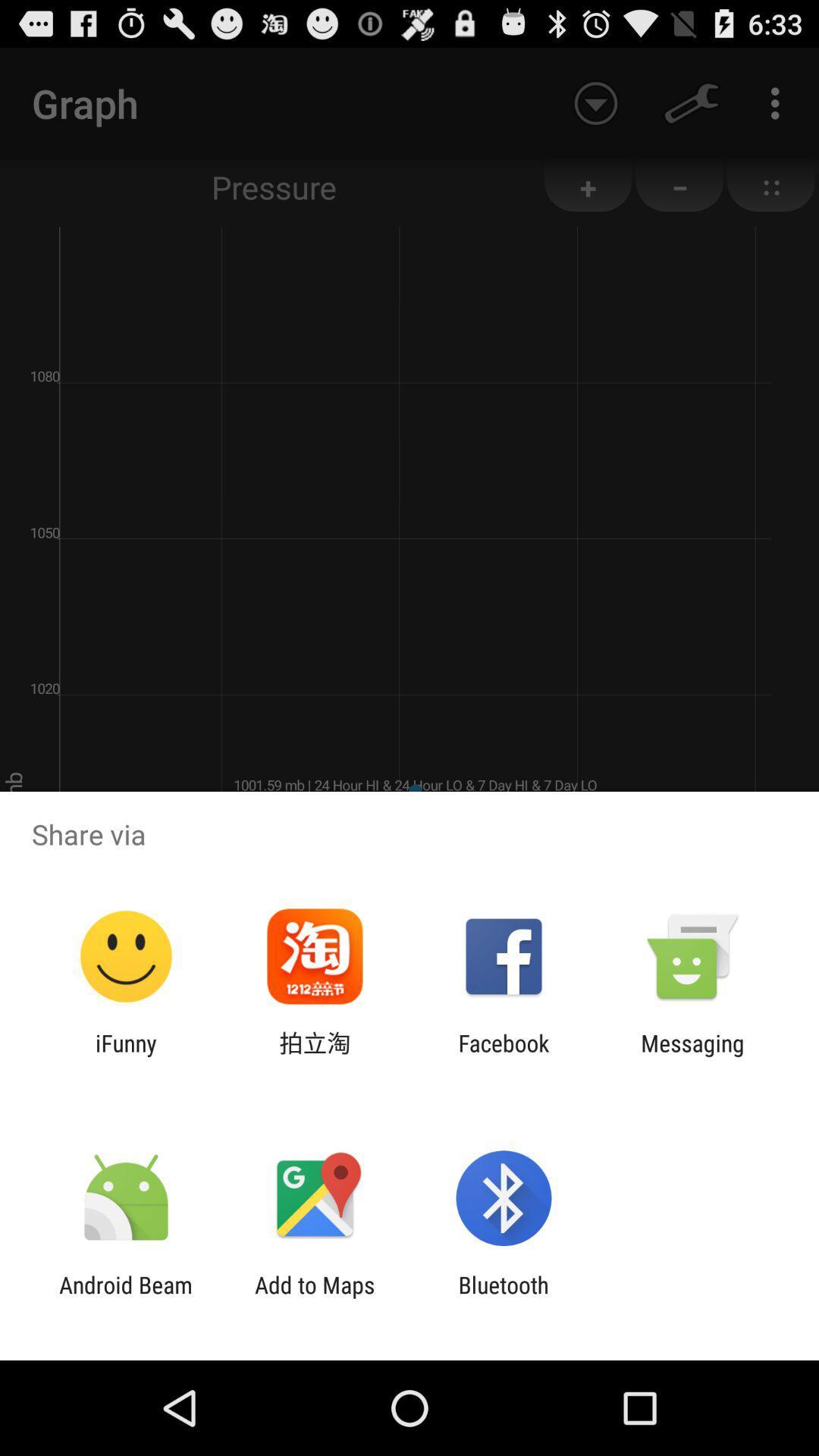  I want to click on the item next to ifunny, so click(314, 1056).